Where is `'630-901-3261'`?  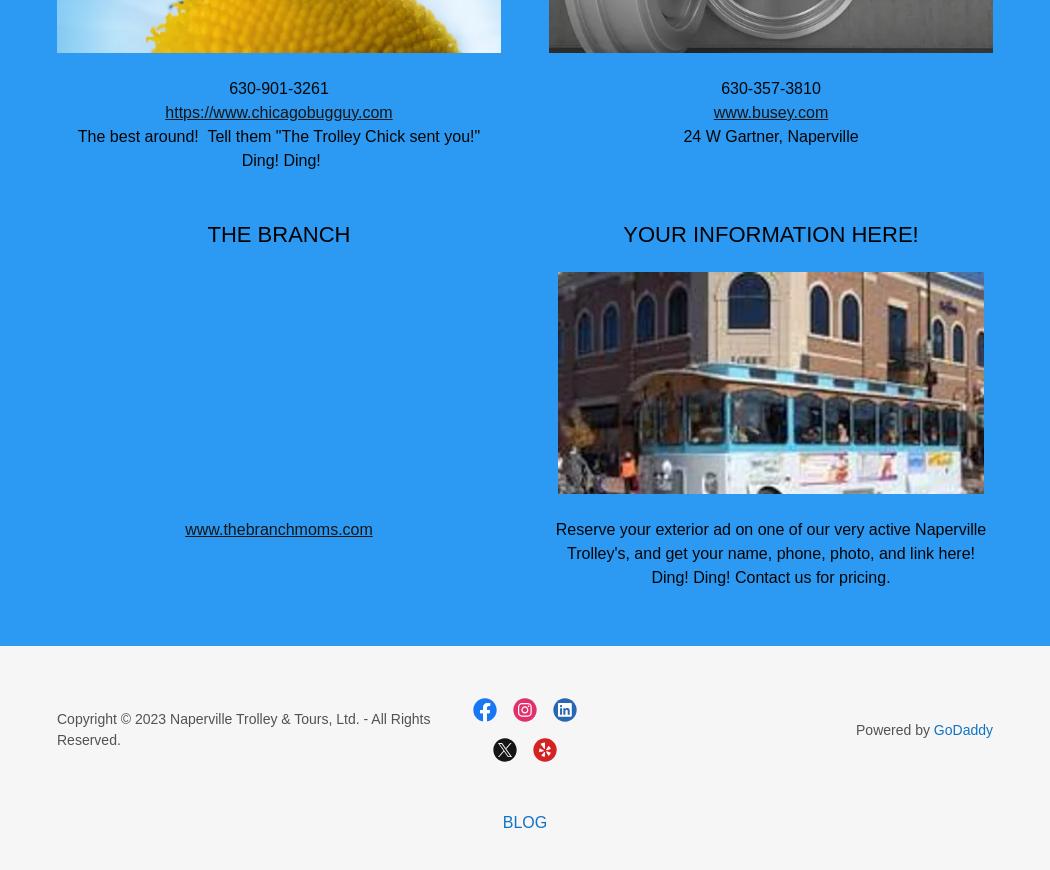
'630-901-3261' is located at coordinates (229, 86).